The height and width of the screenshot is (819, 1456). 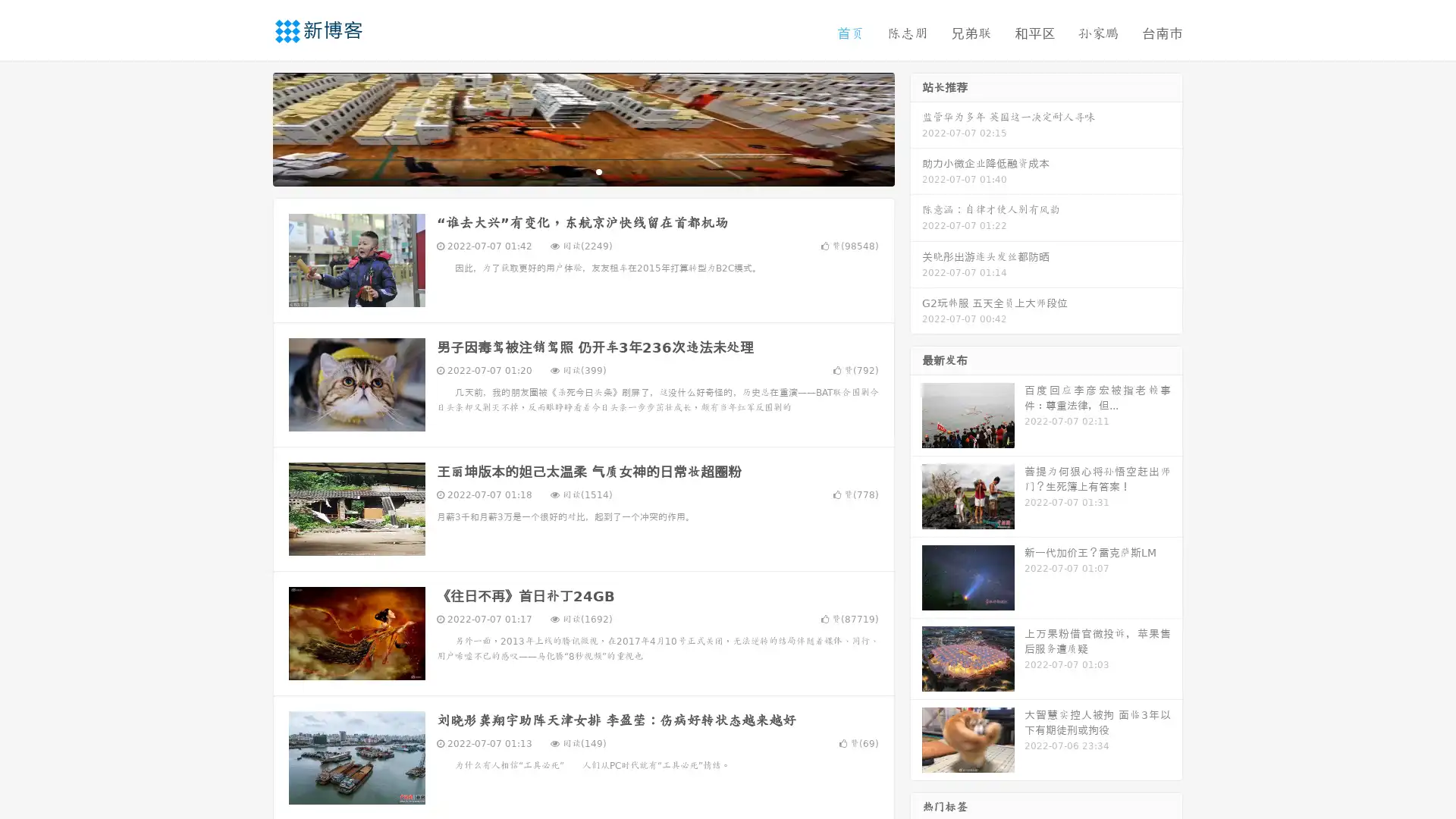 What do you see at coordinates (567, 171) in the screenshot?
I see `Go to slide 1` at bounding box center [567, 171].